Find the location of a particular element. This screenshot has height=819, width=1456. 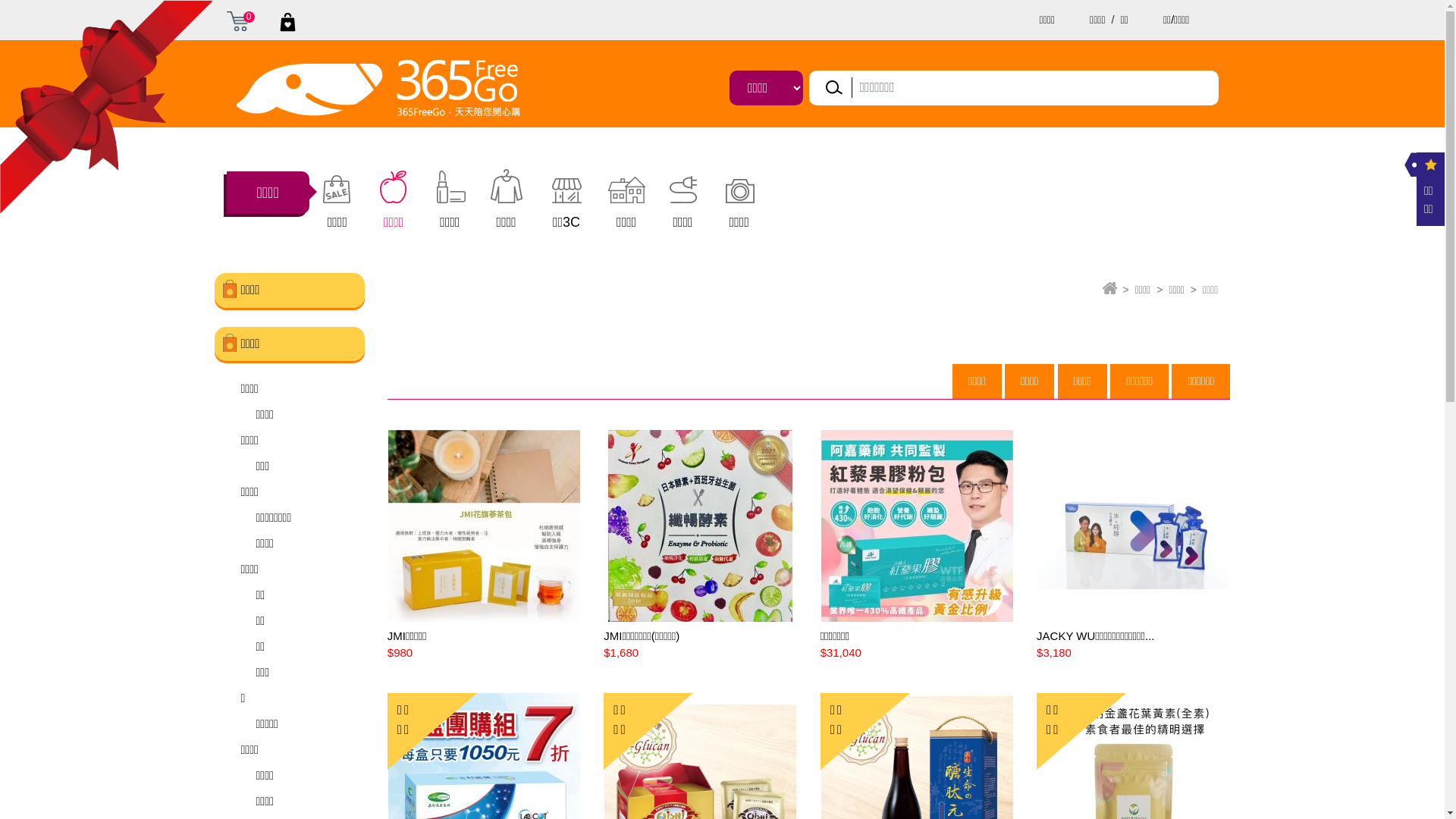

'0' is located at coordinates (236, 20).